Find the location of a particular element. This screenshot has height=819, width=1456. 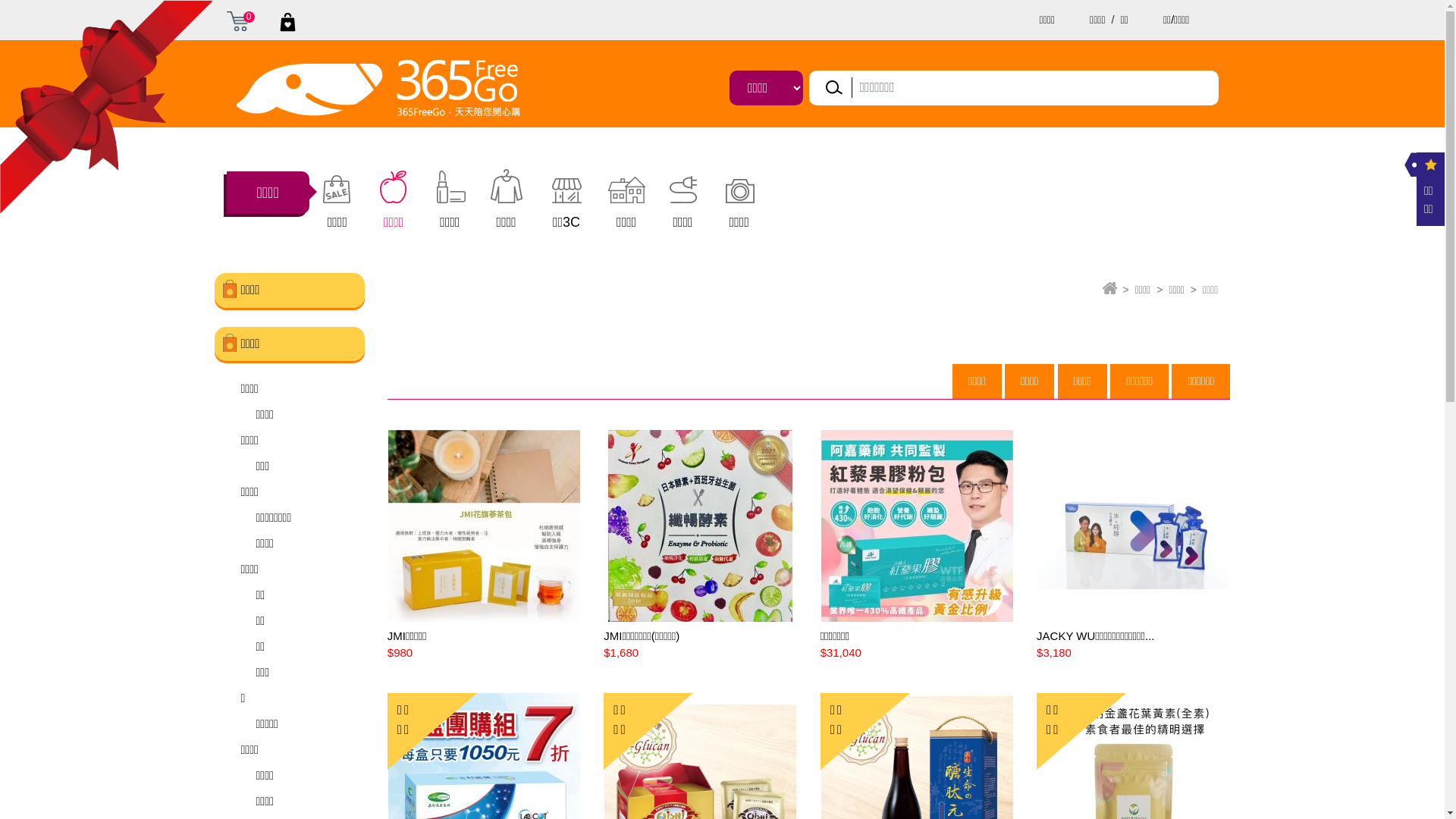

'0' is located at coordinates (236, 20).